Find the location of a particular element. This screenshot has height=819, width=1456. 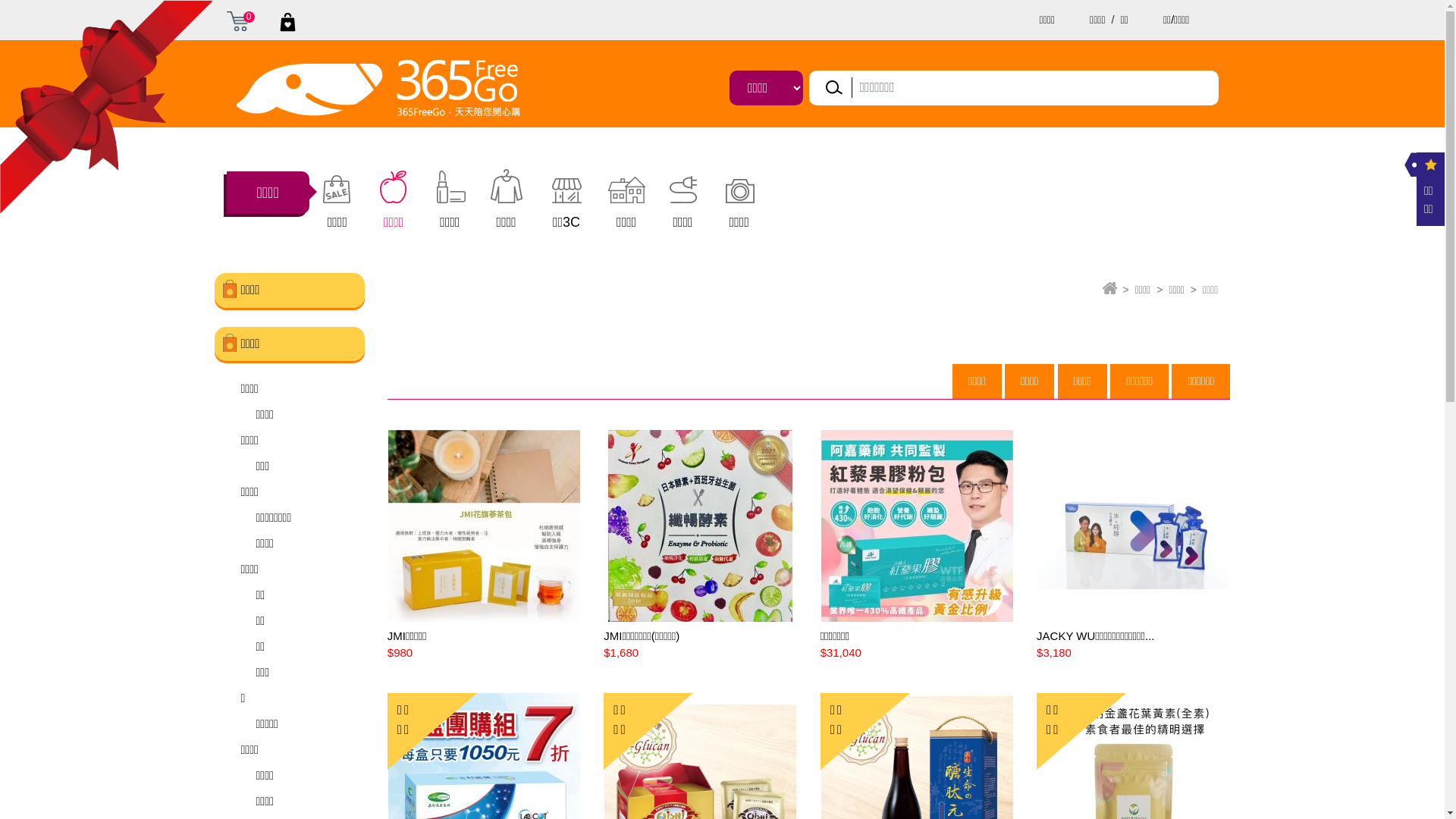

'0' is located at coordinates (236, 20).